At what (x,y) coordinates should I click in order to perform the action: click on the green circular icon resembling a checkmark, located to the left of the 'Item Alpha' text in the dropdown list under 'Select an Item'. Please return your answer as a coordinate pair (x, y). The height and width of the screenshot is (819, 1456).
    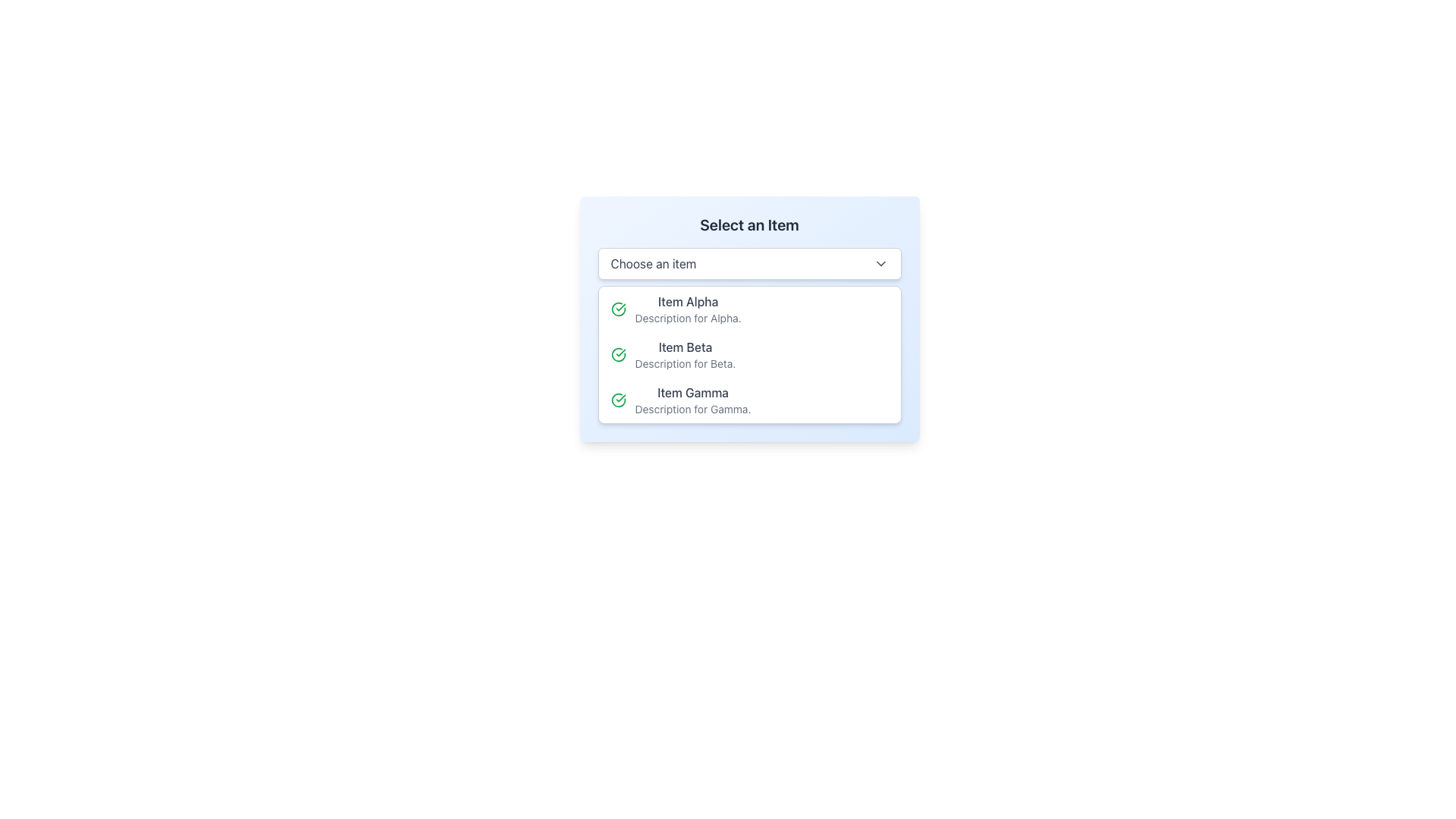
    Looking at the image, I should click on (618, 309).